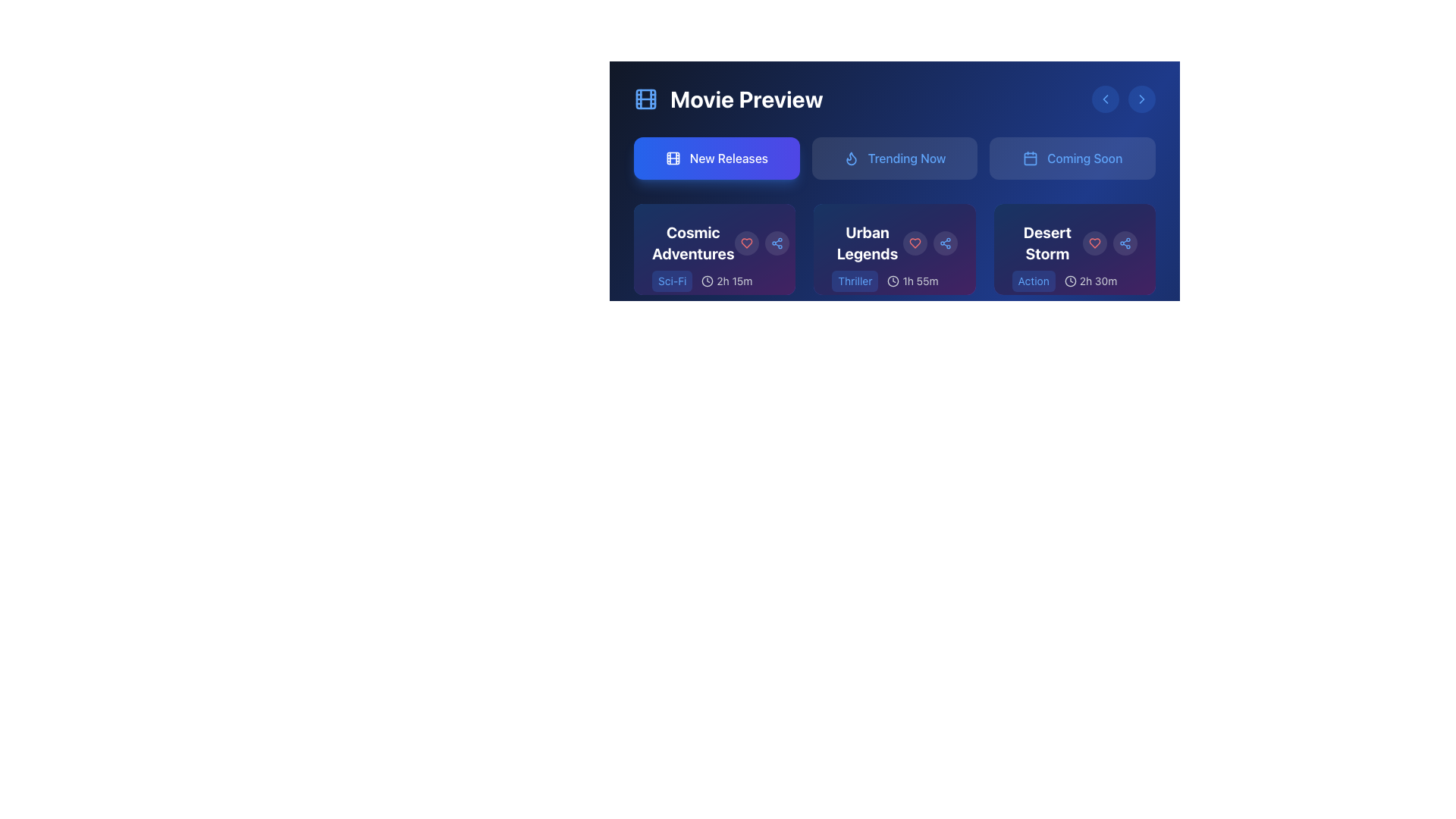  I want to click on the share icon of the 'Desert Storm' Information Card, which is the rightmost card in the New Releases section, so click(1074, 248).